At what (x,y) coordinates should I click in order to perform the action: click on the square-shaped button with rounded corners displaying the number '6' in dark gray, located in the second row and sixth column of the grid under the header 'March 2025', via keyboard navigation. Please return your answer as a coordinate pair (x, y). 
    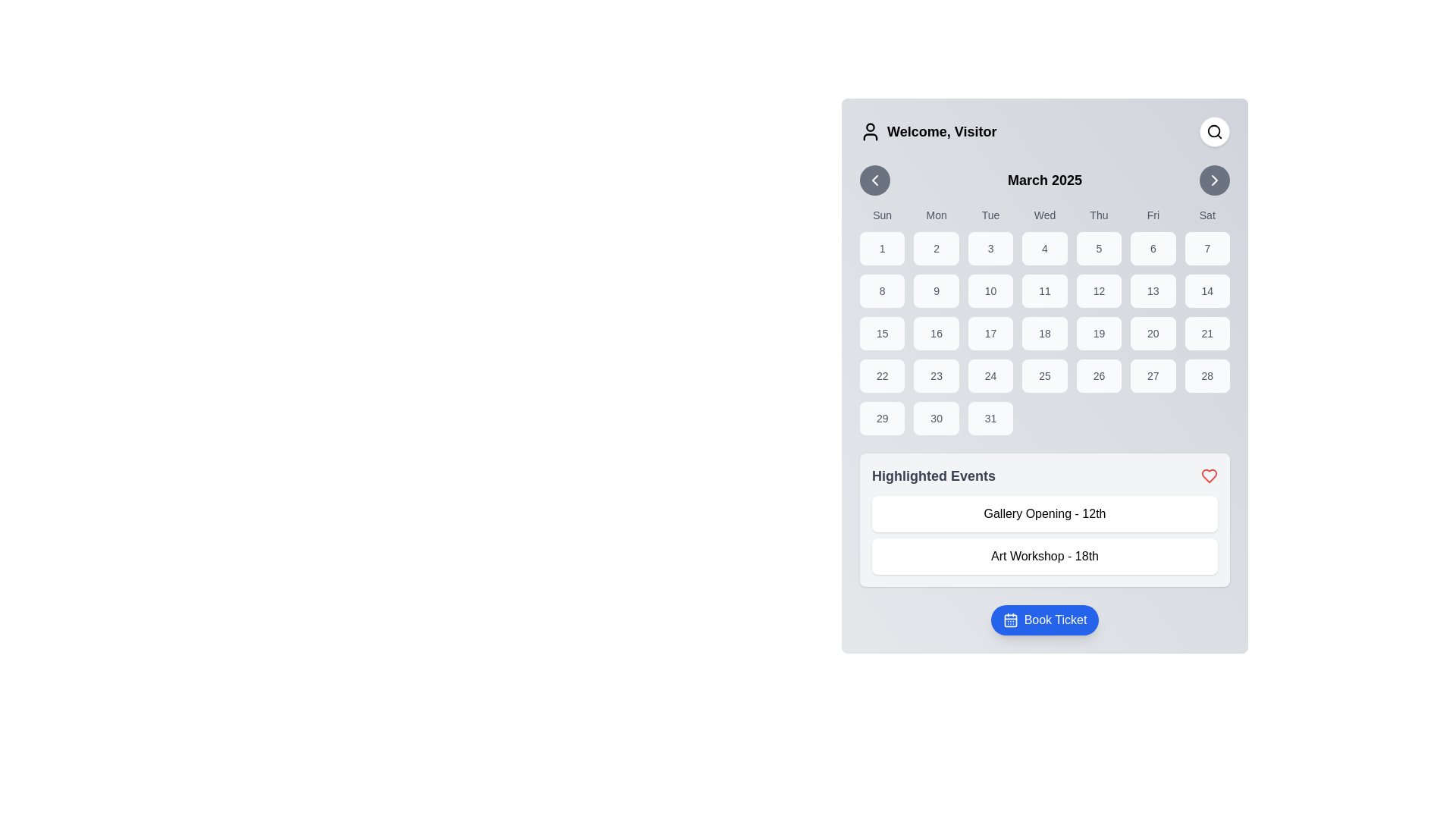
    Looking at the image, I should click on (1153, 247).